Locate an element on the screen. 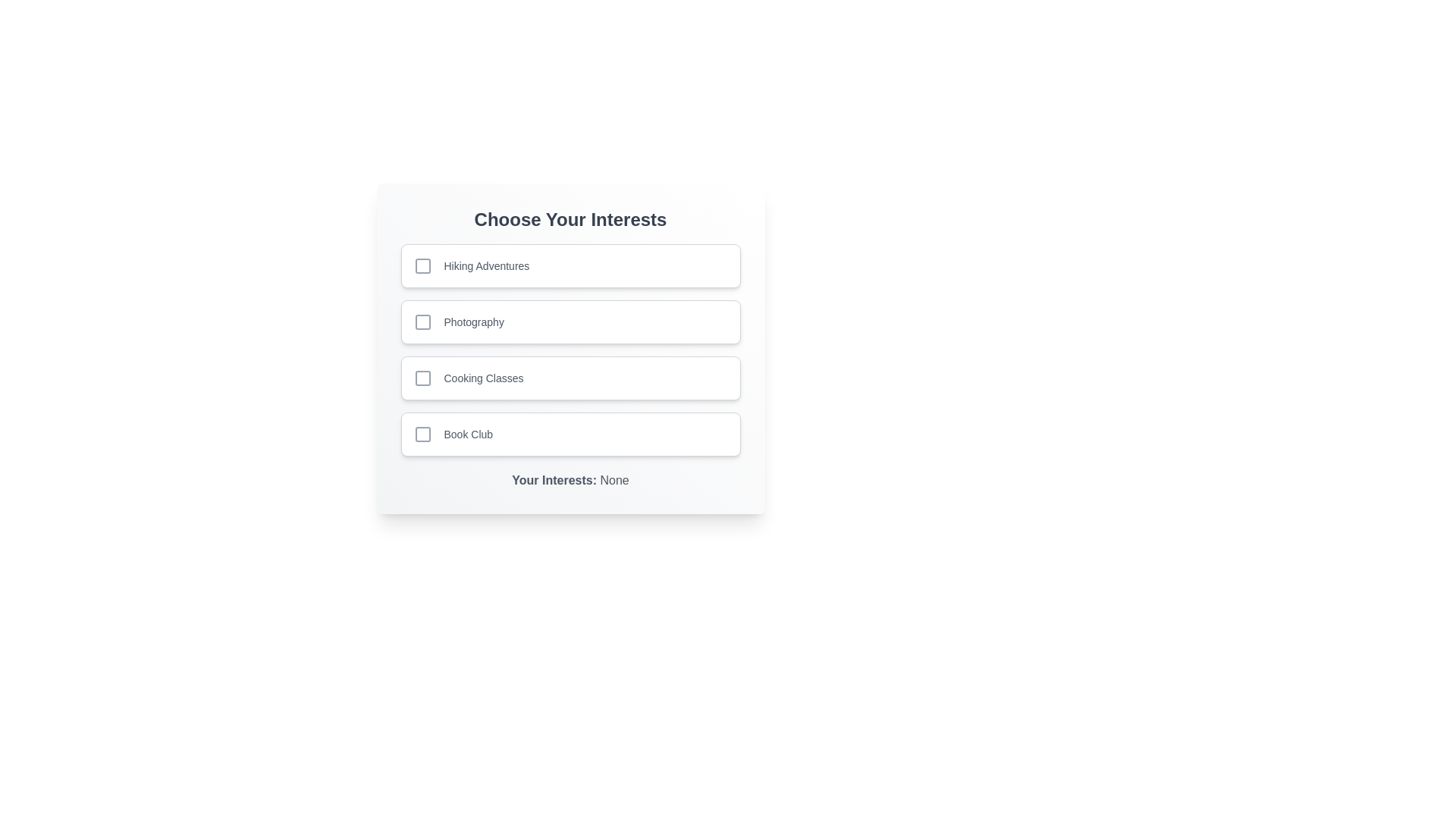 Image resolution: width=1456 pixels, height=819 pixels. the heading label that introduces the options for 'Hiking Adventures', 'Photography', 'Cooking Classes', and 'Book Club' is located at coordinates (570, 219).